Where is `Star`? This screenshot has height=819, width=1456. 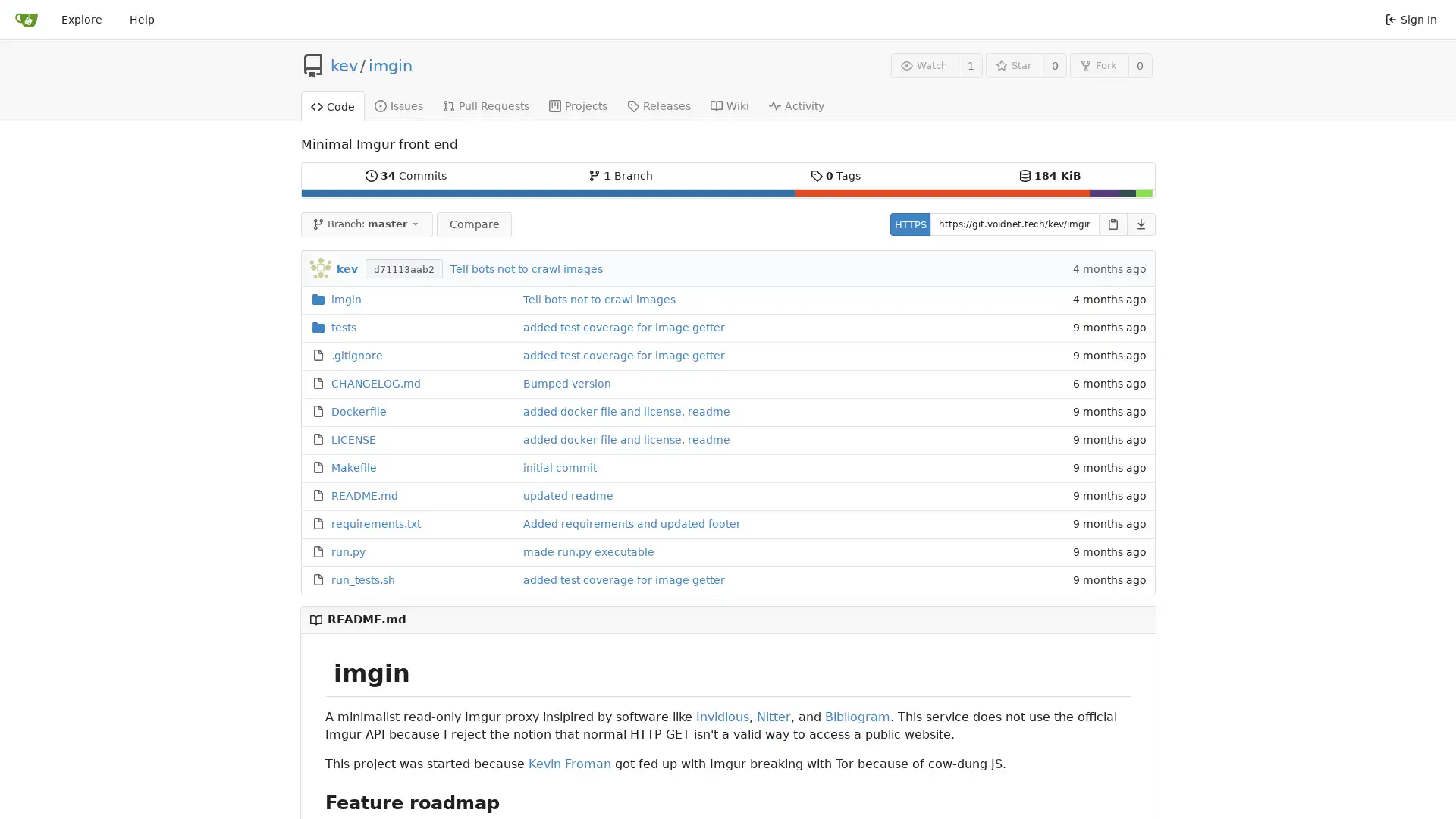
Star is located at coordinates (1014, 64).